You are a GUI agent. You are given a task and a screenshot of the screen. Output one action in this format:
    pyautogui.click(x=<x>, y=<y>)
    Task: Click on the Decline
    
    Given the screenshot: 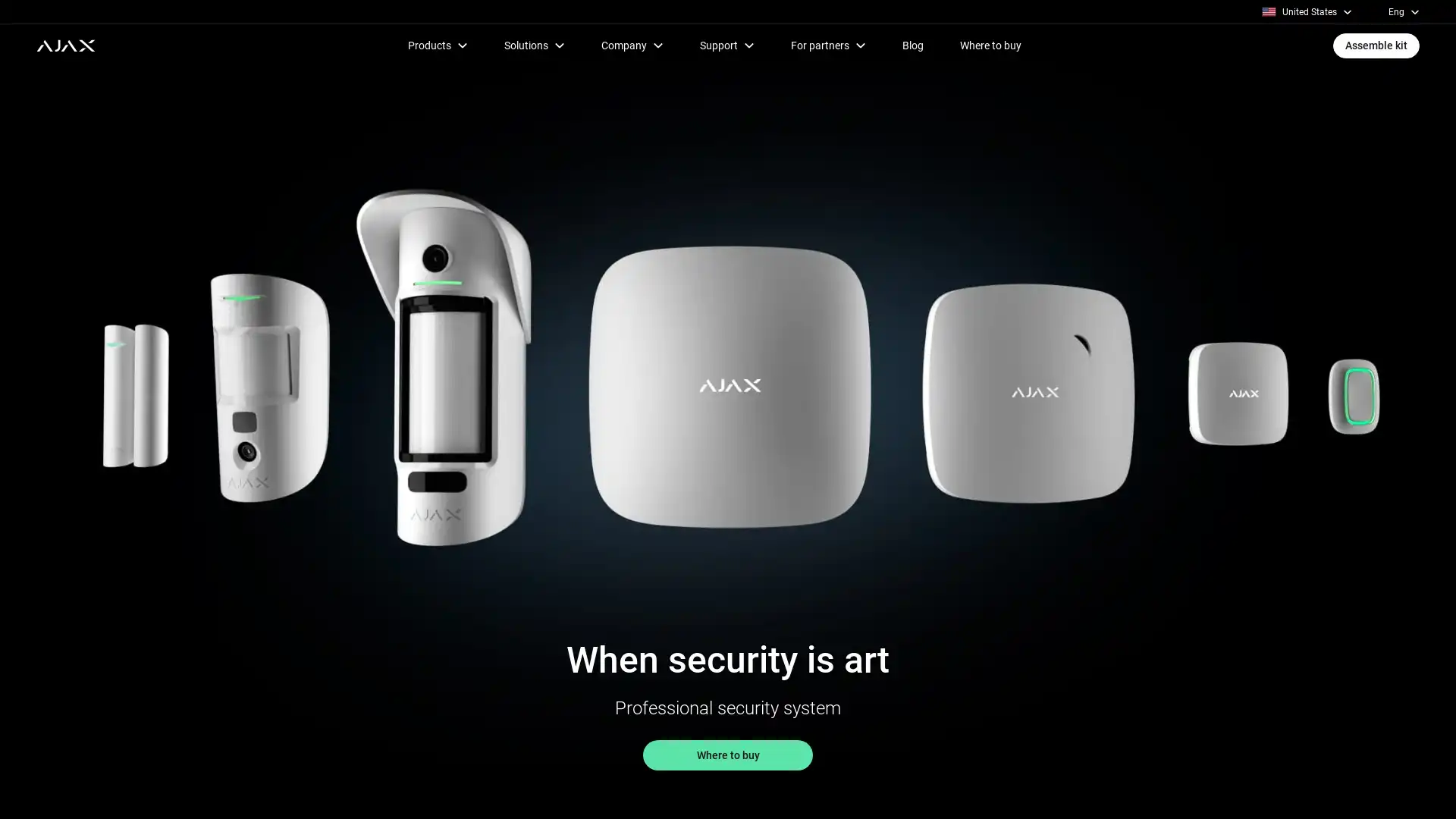 What is the action you would take?
    pyautogui.click(x=1032, y=780)
    